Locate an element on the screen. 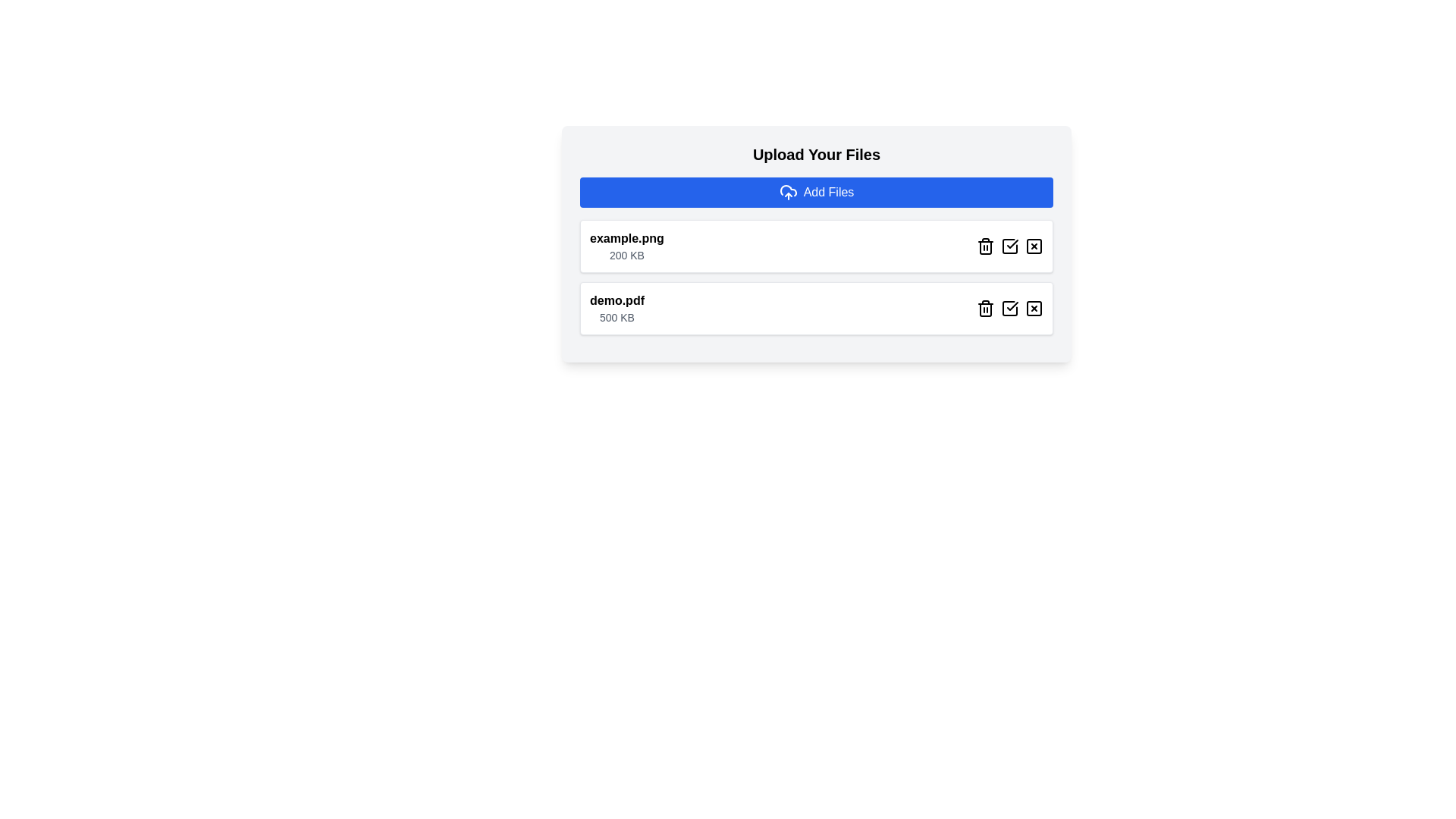  the text display that shows '200 KB', which is styled with a small font size and gray color, located below 'example.png' is located at coordinates (626, 254).